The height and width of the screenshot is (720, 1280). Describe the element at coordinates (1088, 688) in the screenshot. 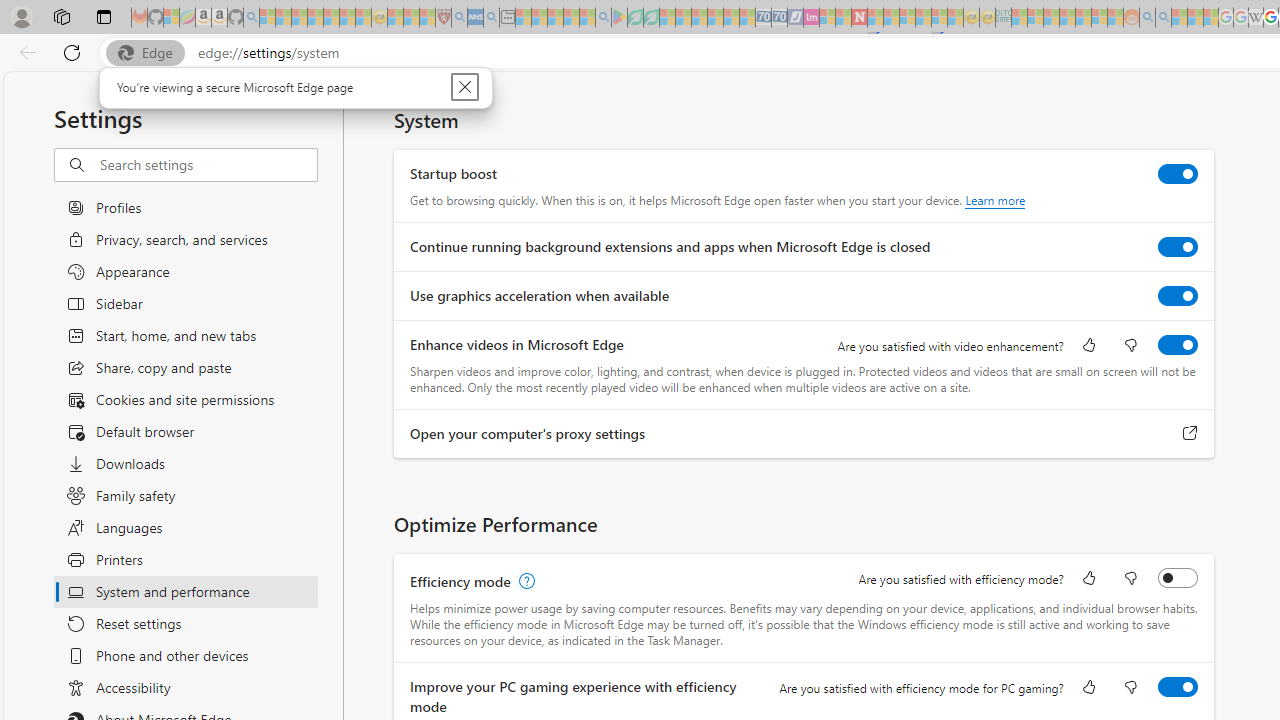

I see `'Like'` at that location.